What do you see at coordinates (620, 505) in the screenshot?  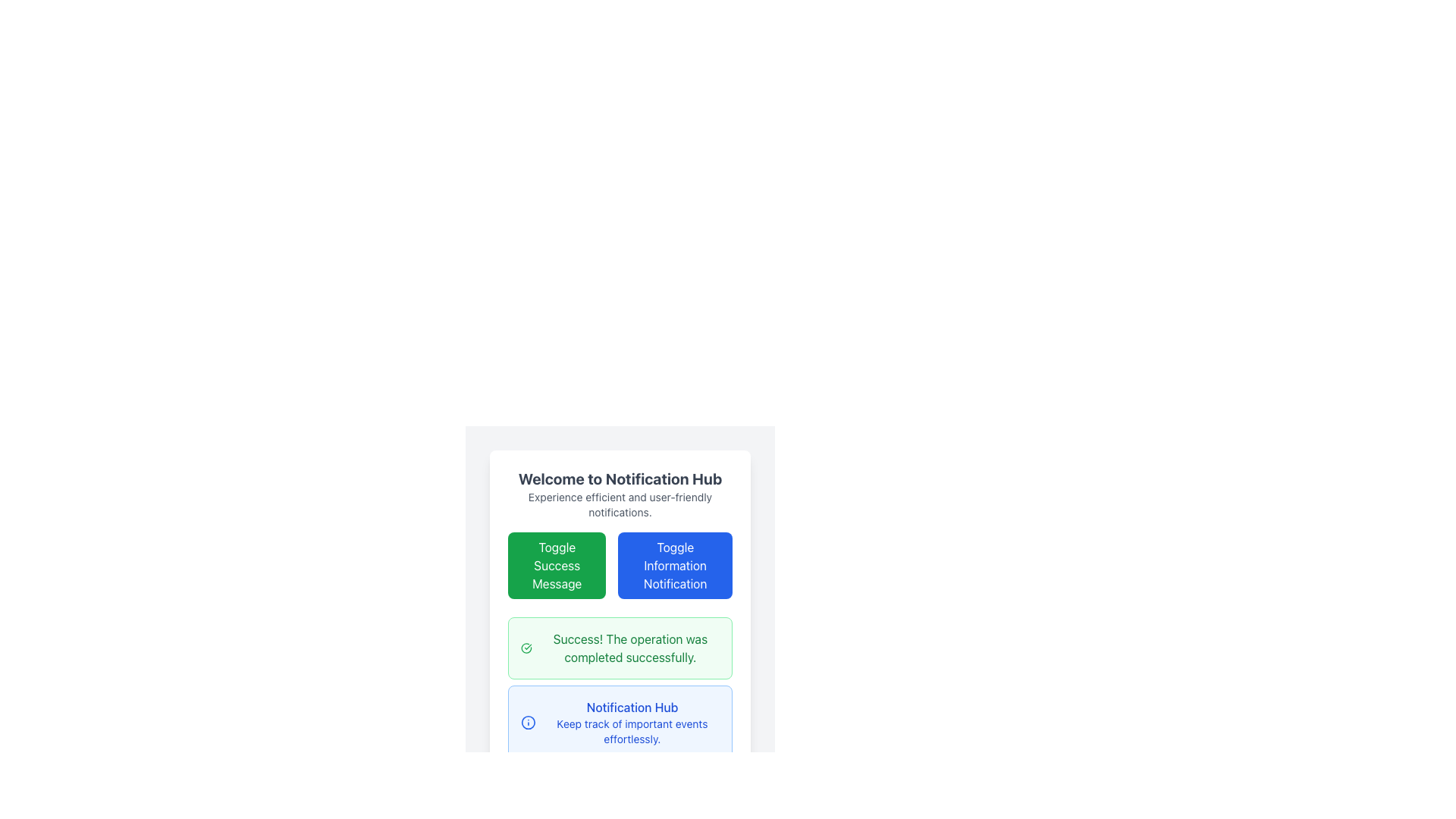 I see `the text segment displaying 'Experience efficient and user-friendly notifications.' which is styled in gray color and positioned below the heading 'Welcome to Notification Hub.'` at bounding box center [620, 505].